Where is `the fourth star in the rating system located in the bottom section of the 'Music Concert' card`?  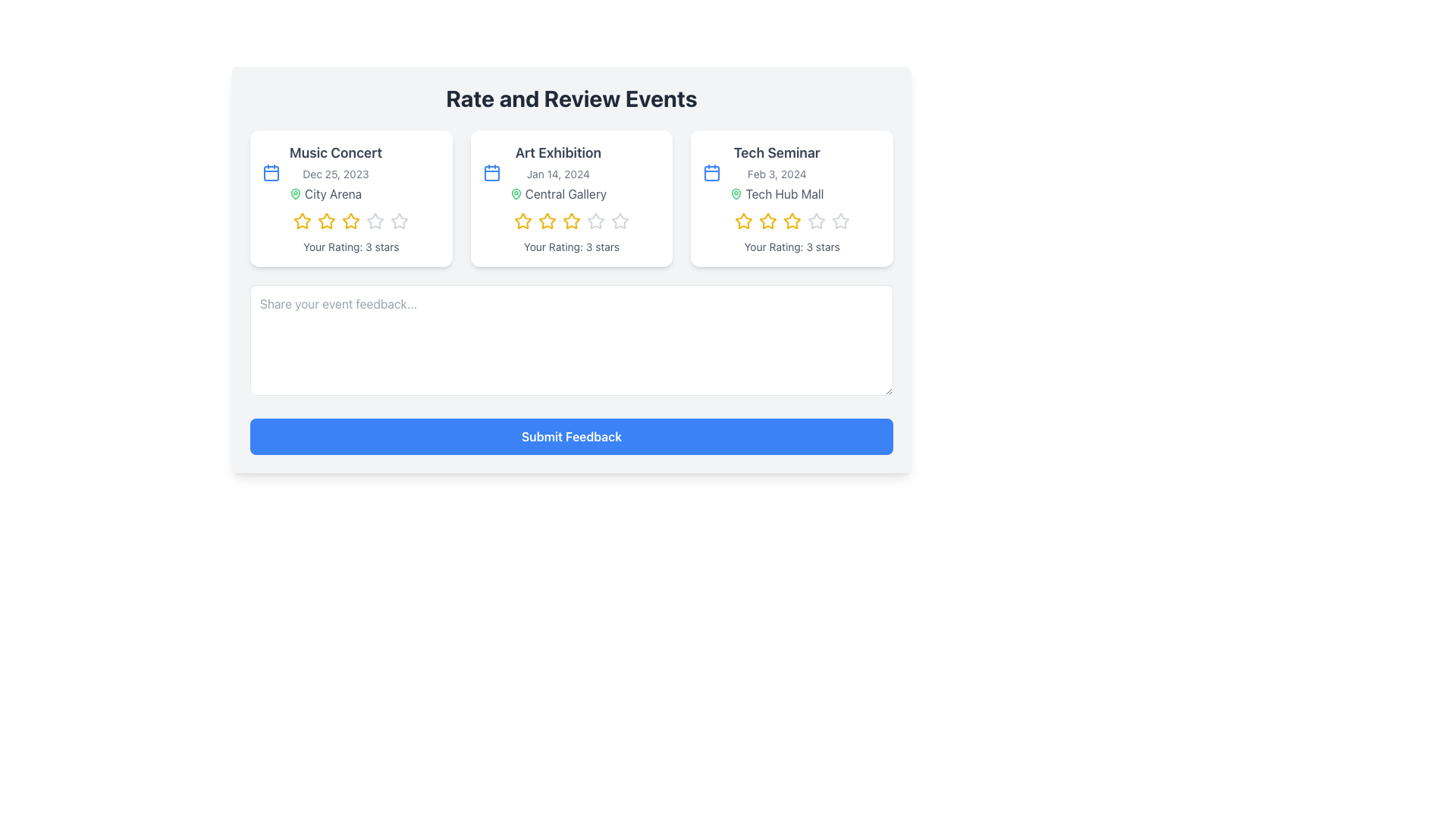 the fourth star in the rating system located in the bottom section of the 'Music Concert' card is located at coordinates (400, 221).